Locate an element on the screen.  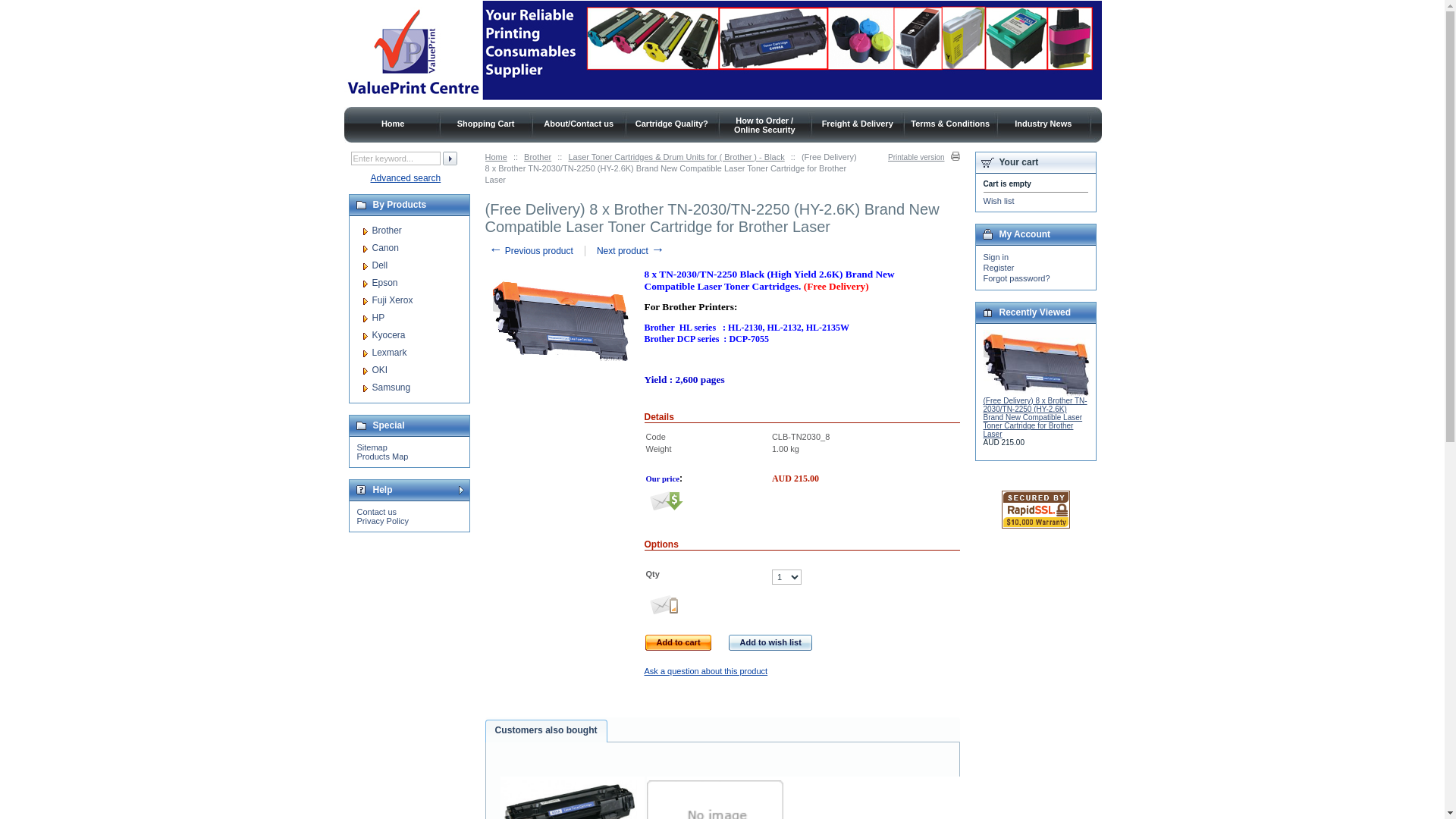
'Add to wish list' is located at coordinates (770, 642).